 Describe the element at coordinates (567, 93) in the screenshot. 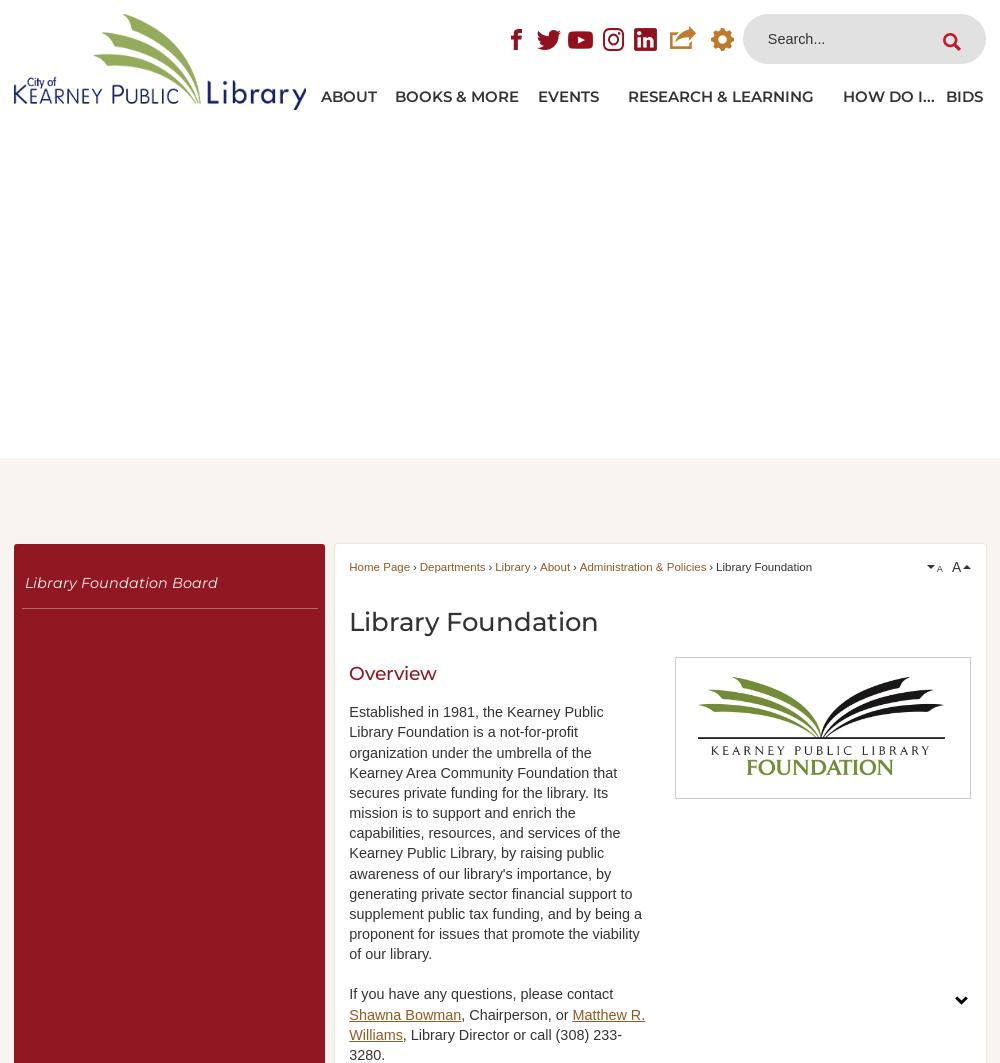

I see `'Events'` at that location.